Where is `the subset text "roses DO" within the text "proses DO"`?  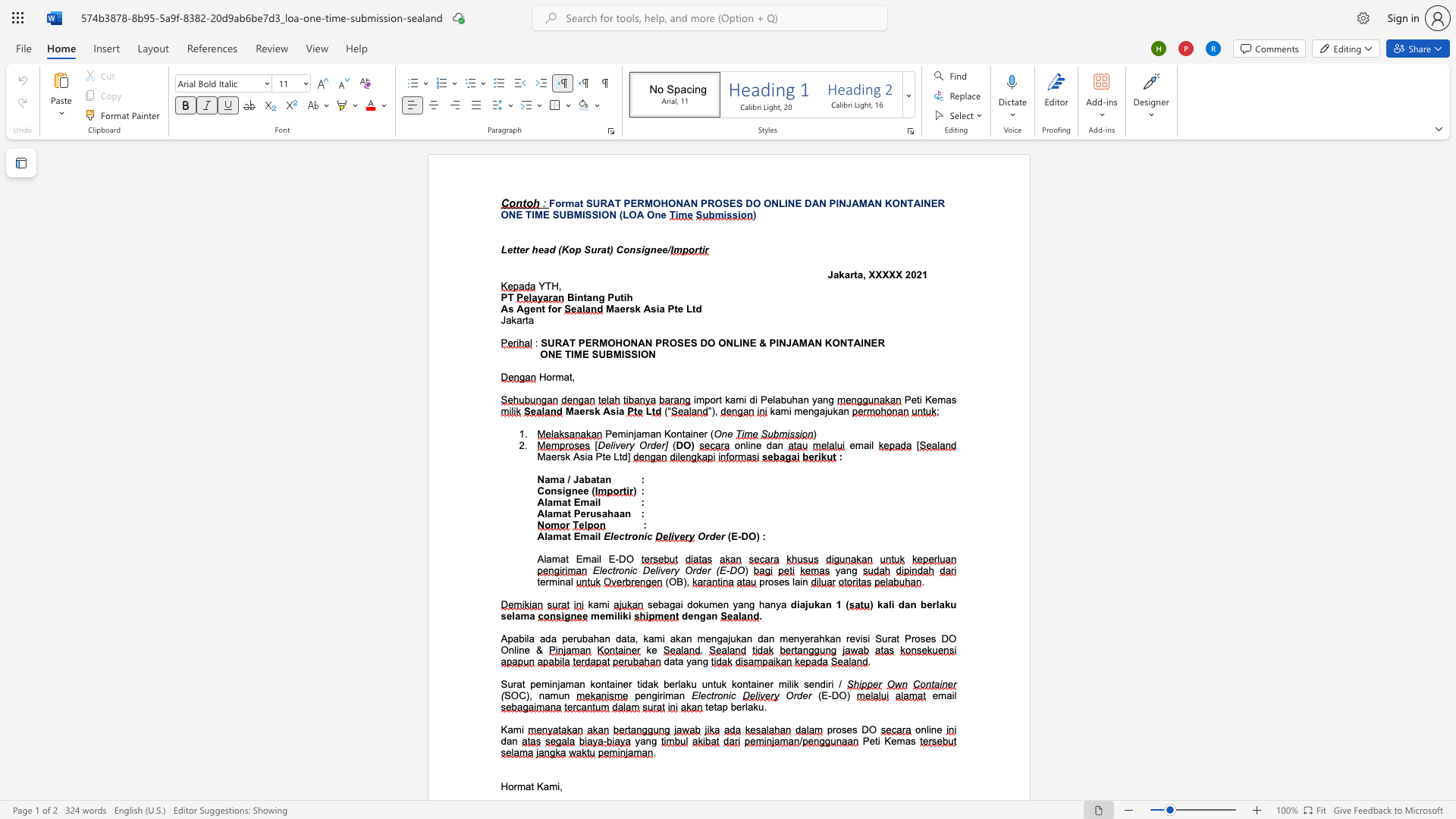 the subset text "roses DO" within the text "proses DO" is located at coordinates (832, 729).